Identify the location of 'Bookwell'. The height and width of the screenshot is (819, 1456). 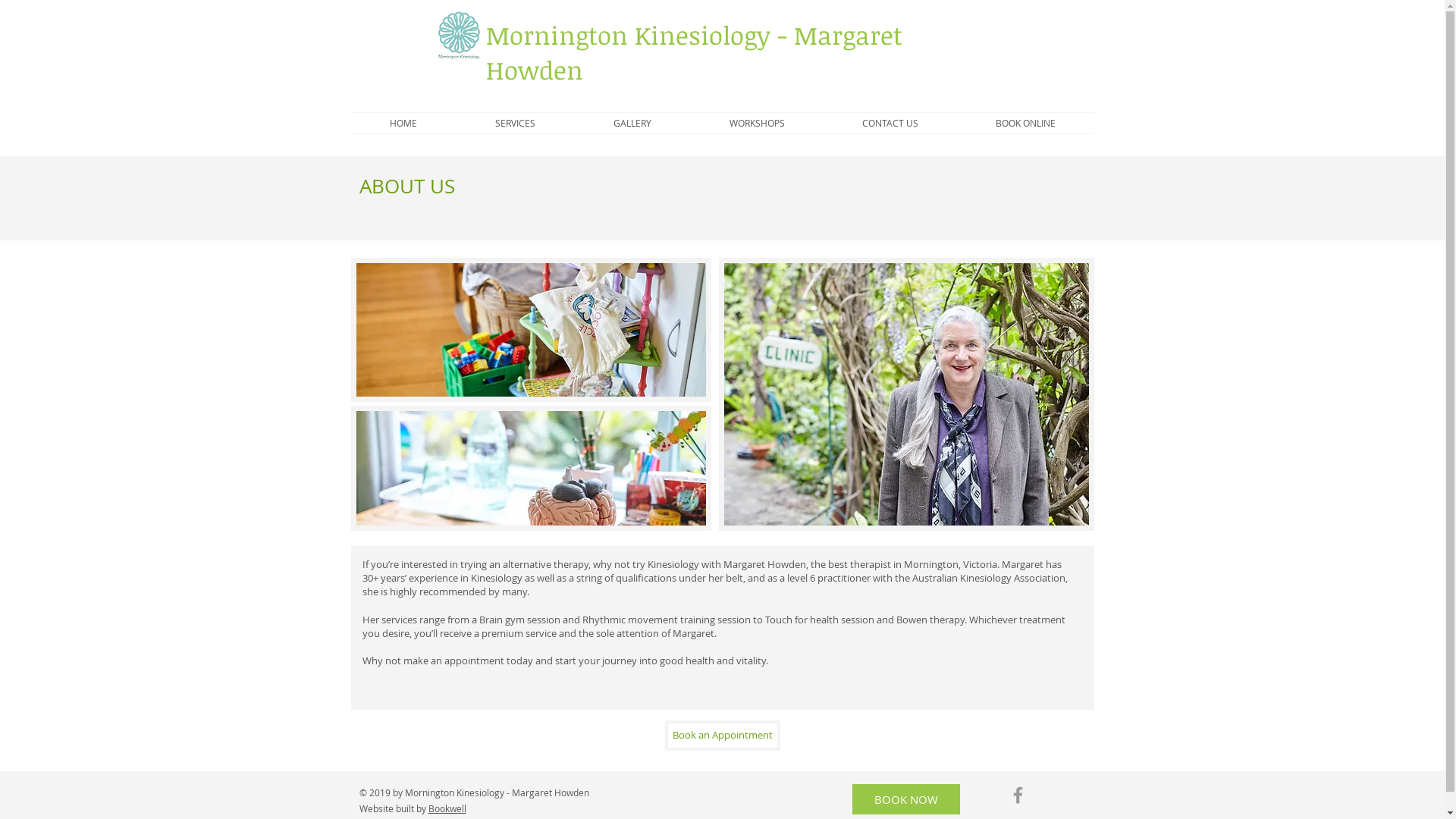
(427, 807).